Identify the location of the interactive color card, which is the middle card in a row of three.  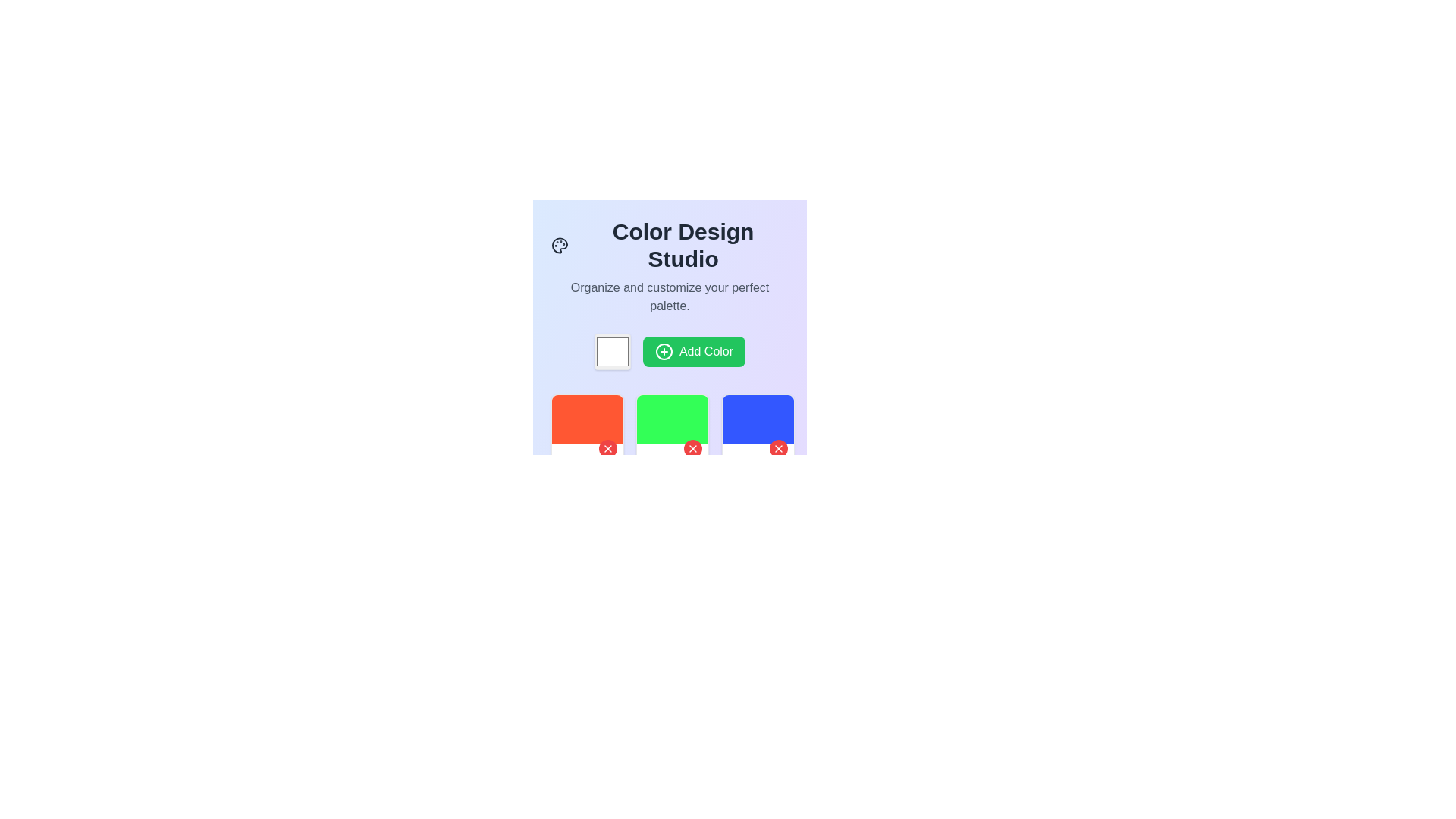
(672, 430).